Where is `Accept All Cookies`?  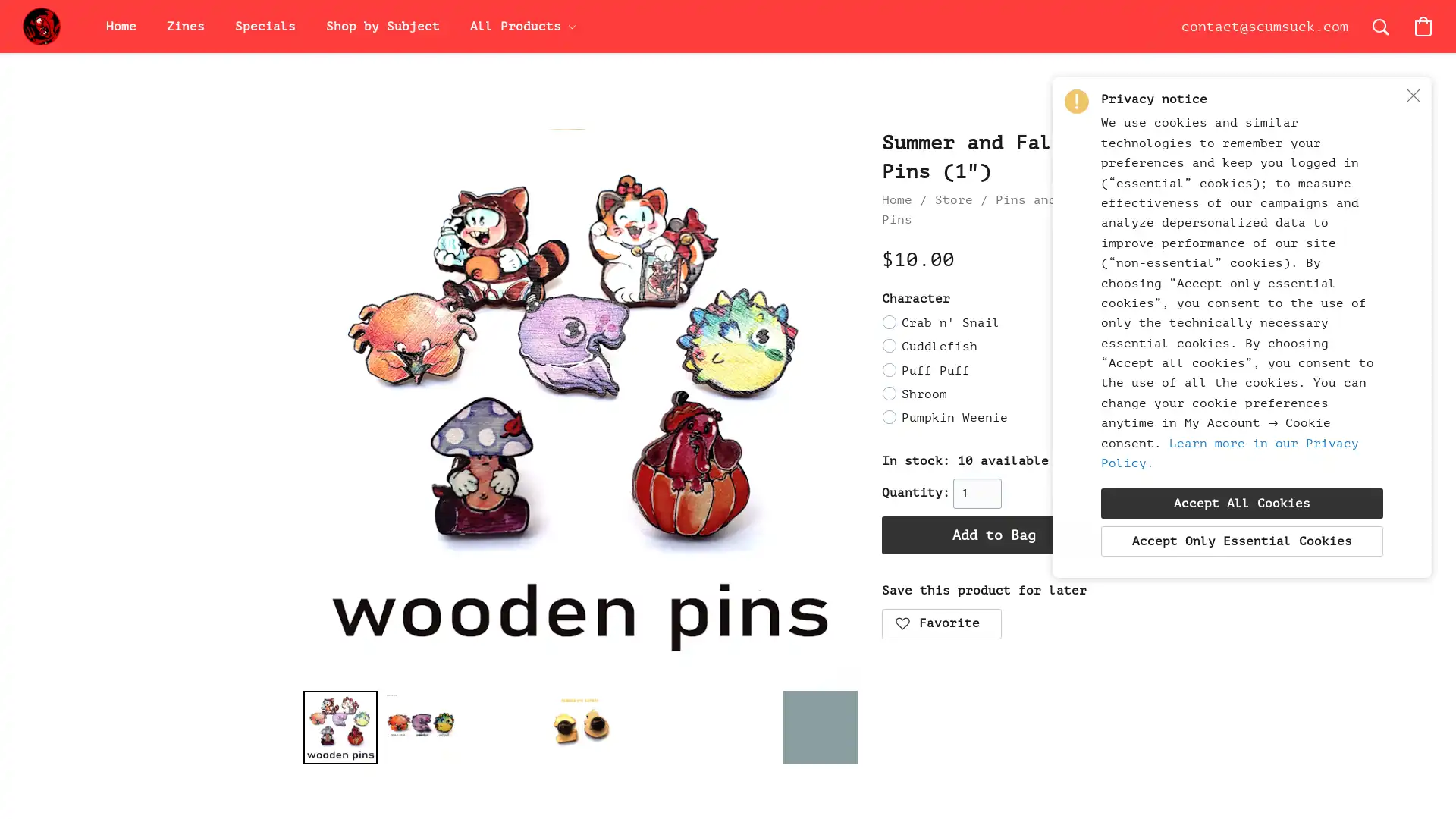 Accept All Cookies is located at coordinates (1241, 503).